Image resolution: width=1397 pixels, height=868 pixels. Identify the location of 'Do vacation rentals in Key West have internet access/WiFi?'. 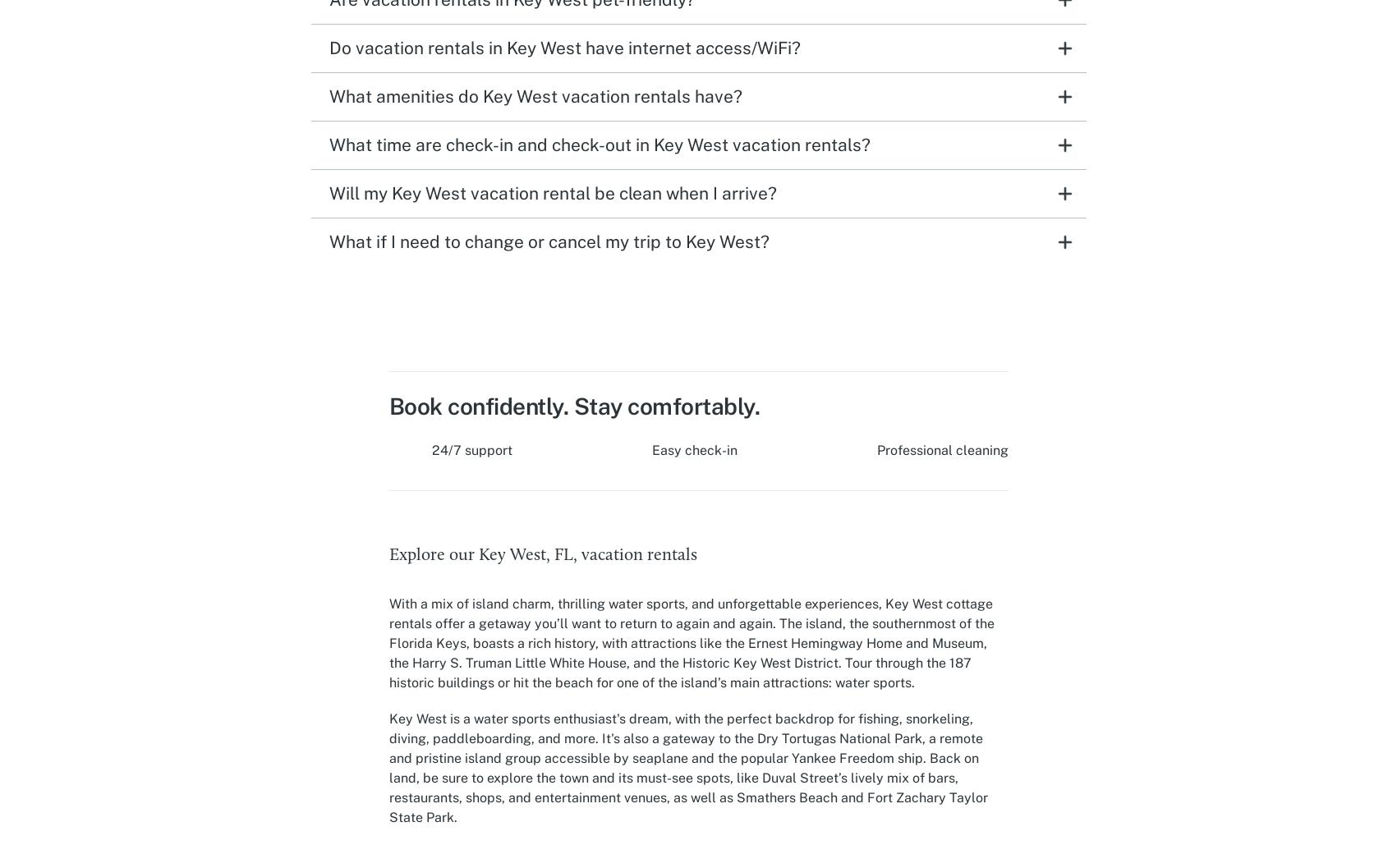
(328, 47).